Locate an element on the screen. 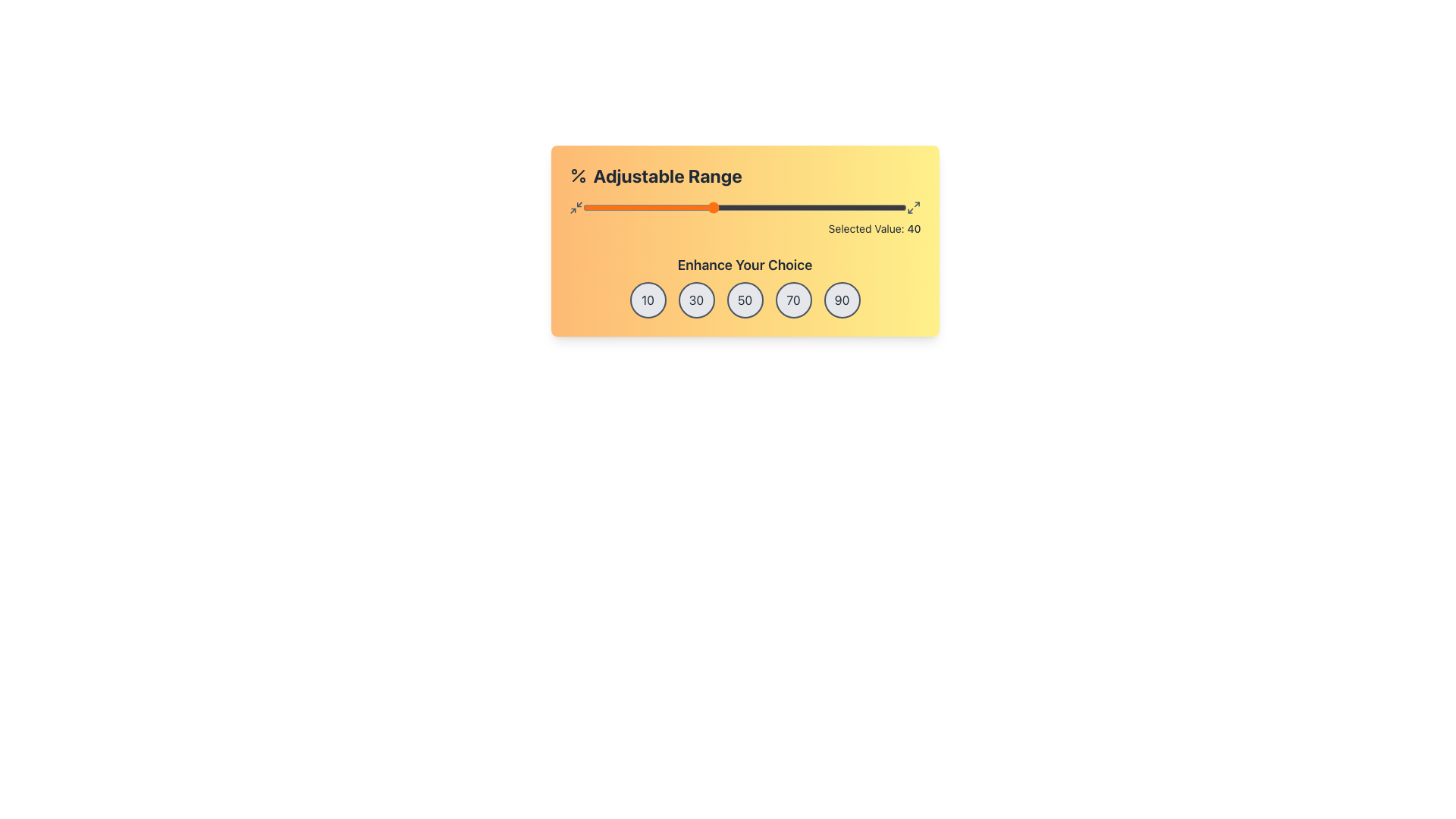 Image resolution: width=1456 pixels, height=819 pixels. the slider is located at coordinates (644, 207).